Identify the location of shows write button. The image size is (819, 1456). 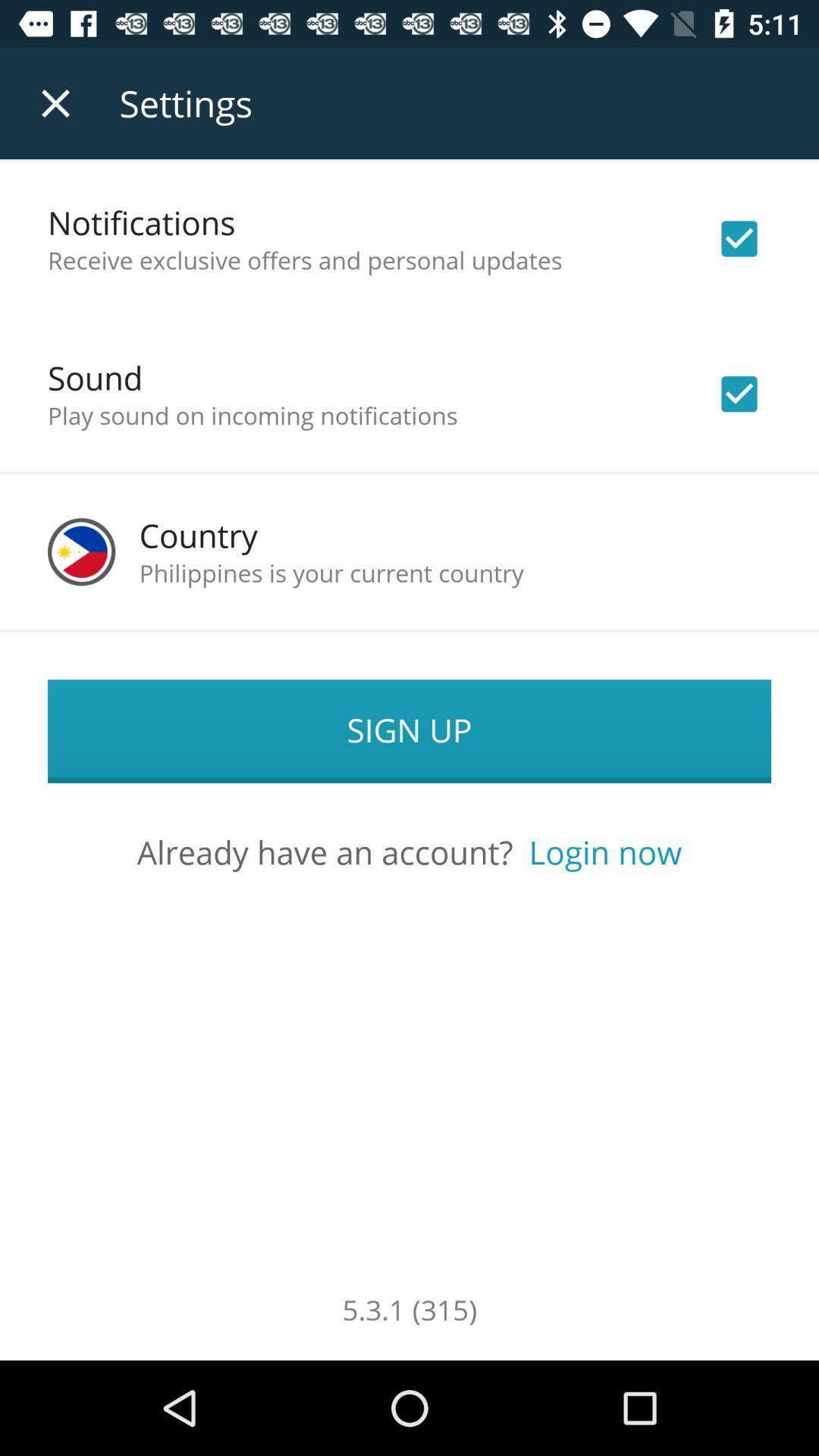
(739, 238).